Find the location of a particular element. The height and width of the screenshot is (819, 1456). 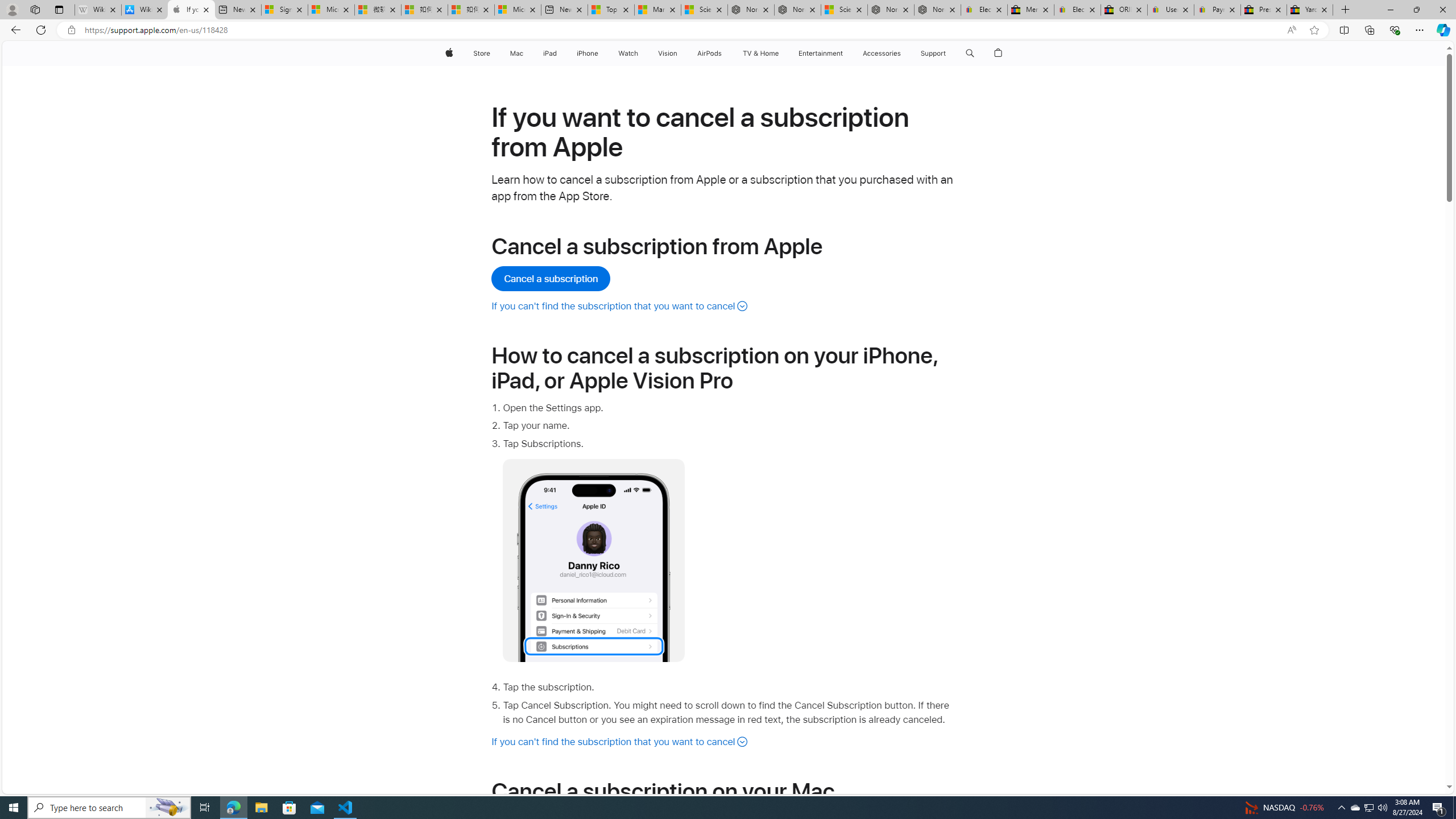

'Support menu' is located at coordinates (948, 53).